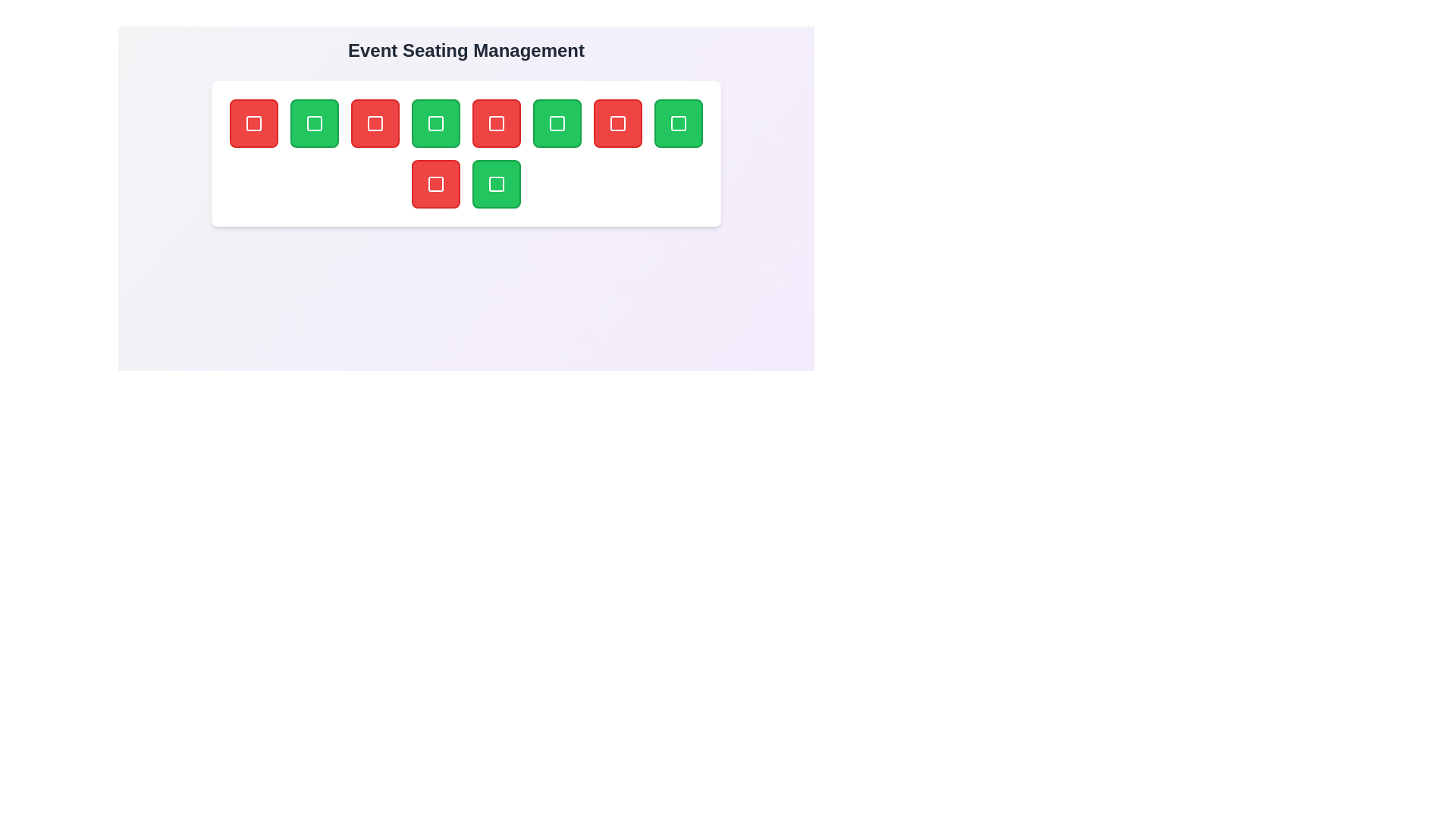  What do you see at coordinates (677, 122) in the screenshot?
I see `the inner visual component of the green button located at the far-right corner of the grid layout` at bounding box center [677, 122].